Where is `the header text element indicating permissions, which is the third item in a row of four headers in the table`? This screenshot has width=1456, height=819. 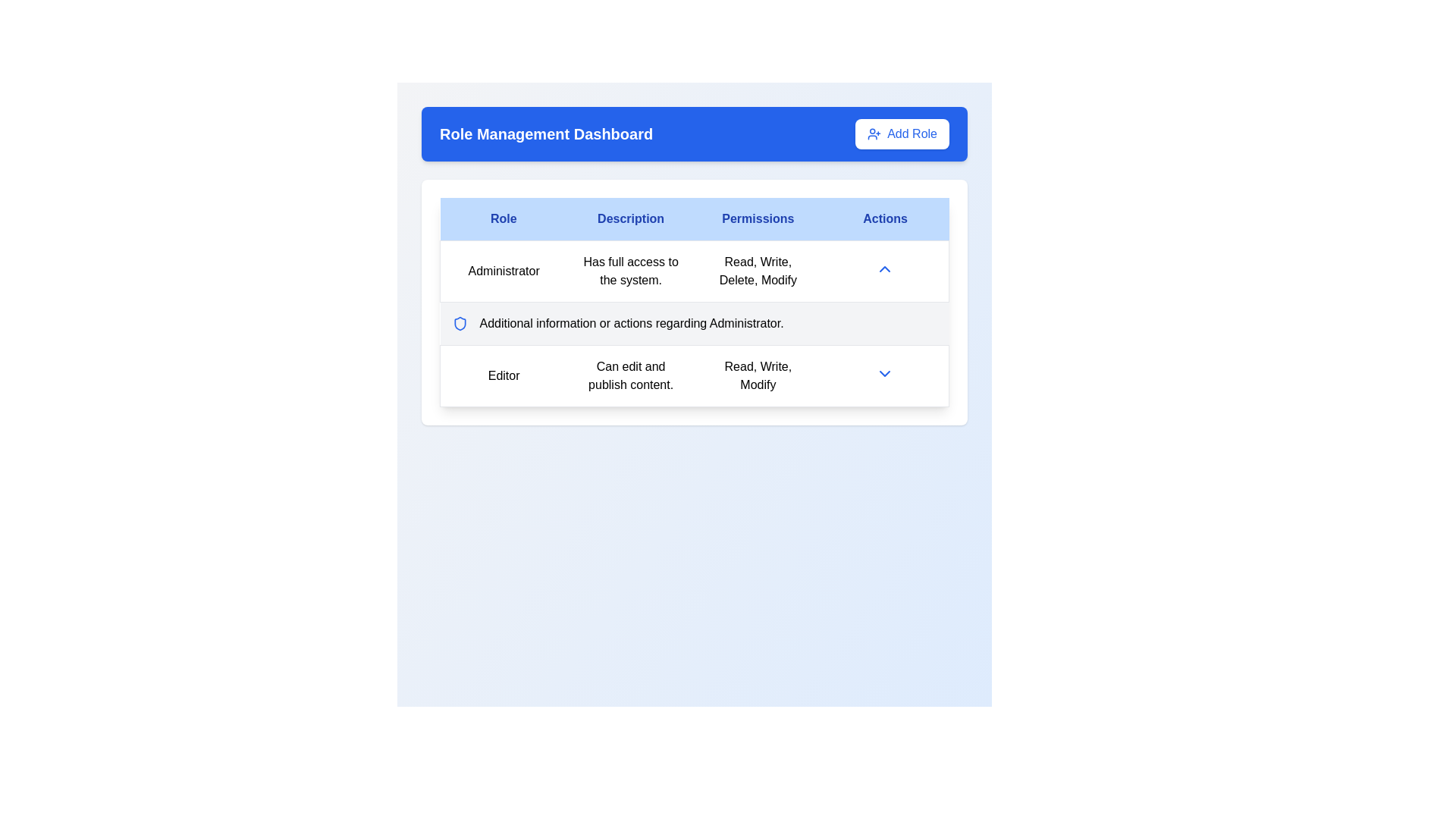
the header text element indicating permissions, which is the third item in a row of four headers in the table is located at coordinates (758, 219).